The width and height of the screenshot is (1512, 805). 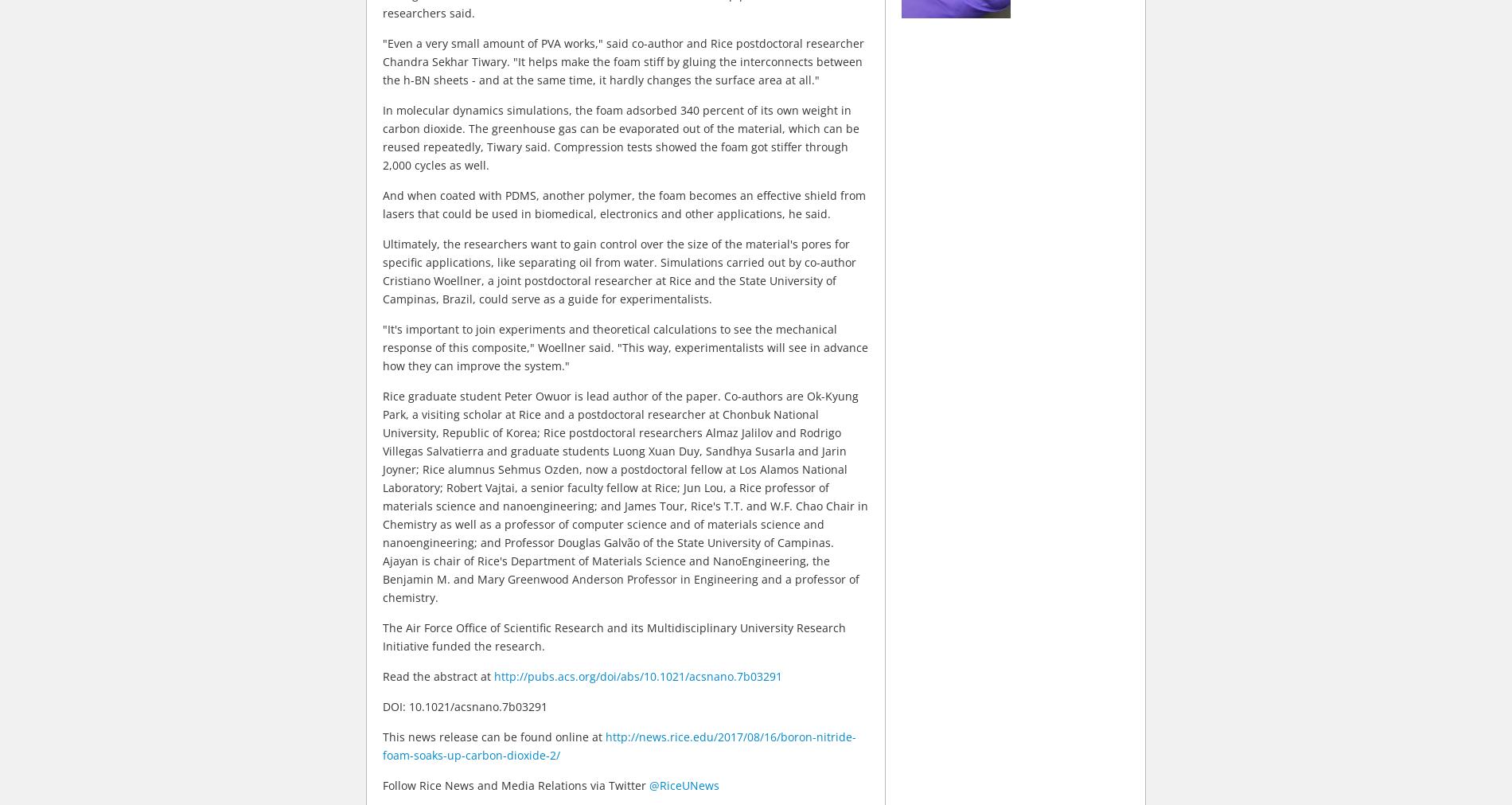 I want to click on 'This news release can be found online at', so click(x=493, y=736).